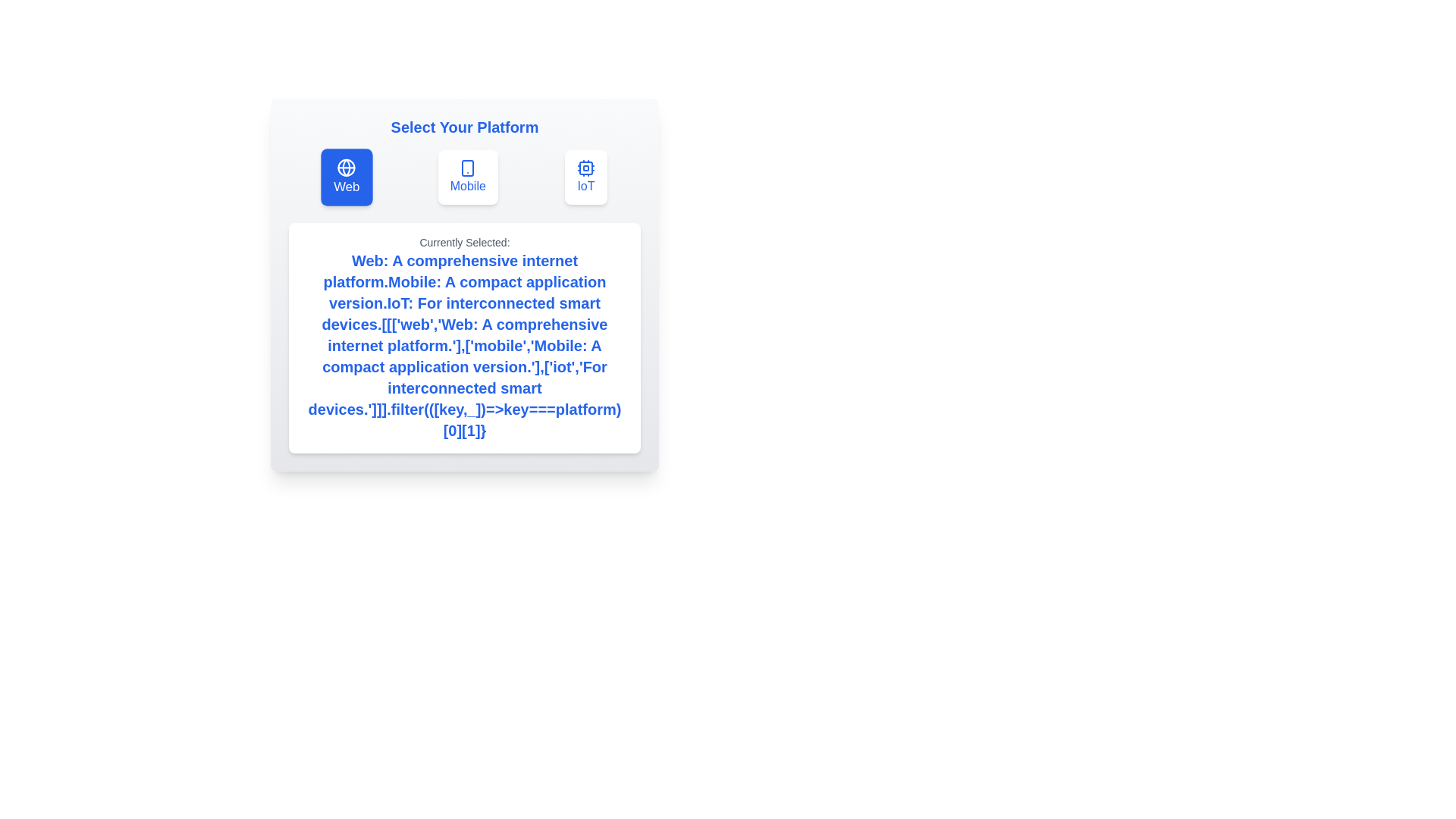 This screenshot has width=1456, height=819. Describe the element at coordinates (464, 337) in the screenshot. I see `the 'Currently Selected' text section to read its content` at that location.